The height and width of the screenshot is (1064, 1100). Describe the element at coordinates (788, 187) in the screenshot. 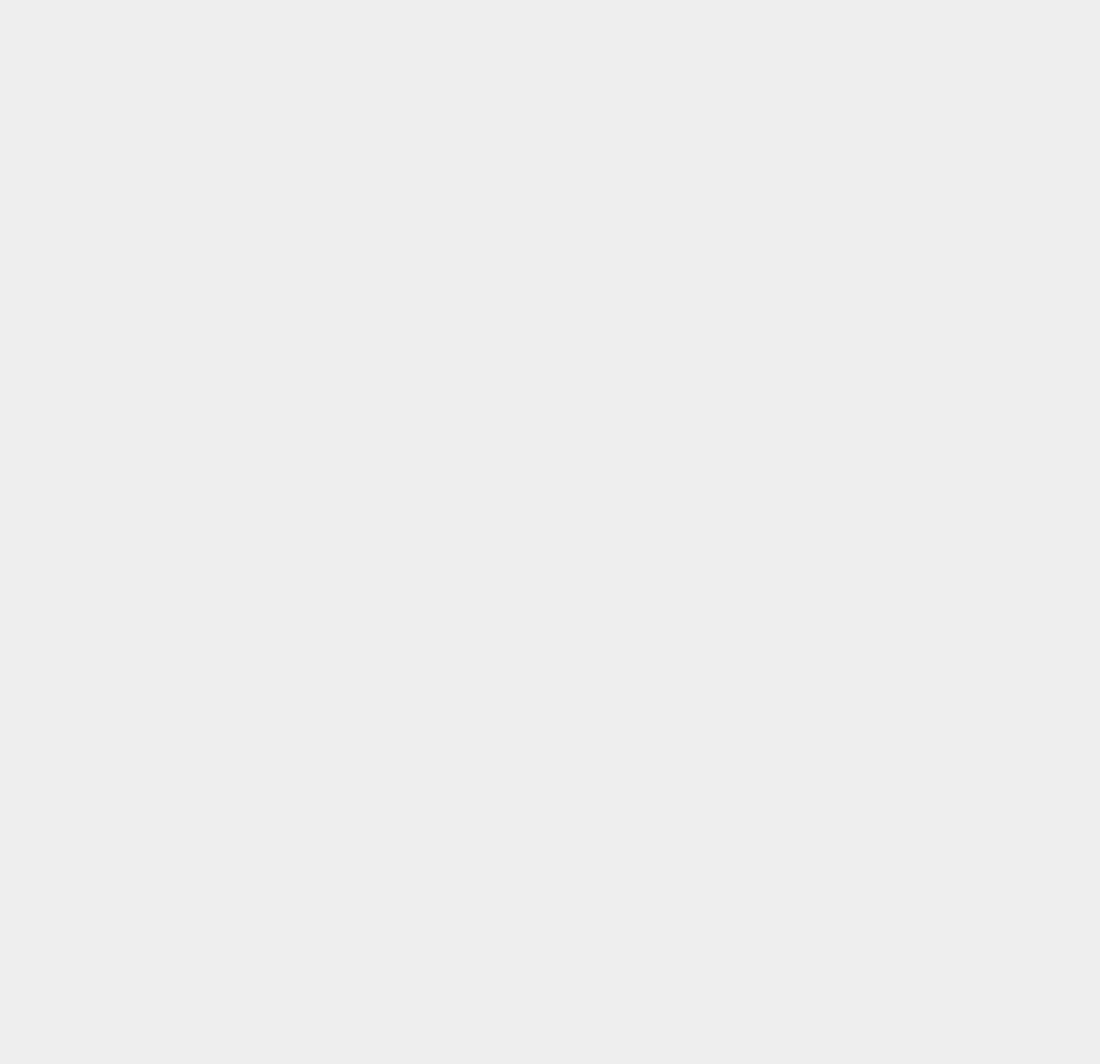

I see `'Ovi'` at that location.